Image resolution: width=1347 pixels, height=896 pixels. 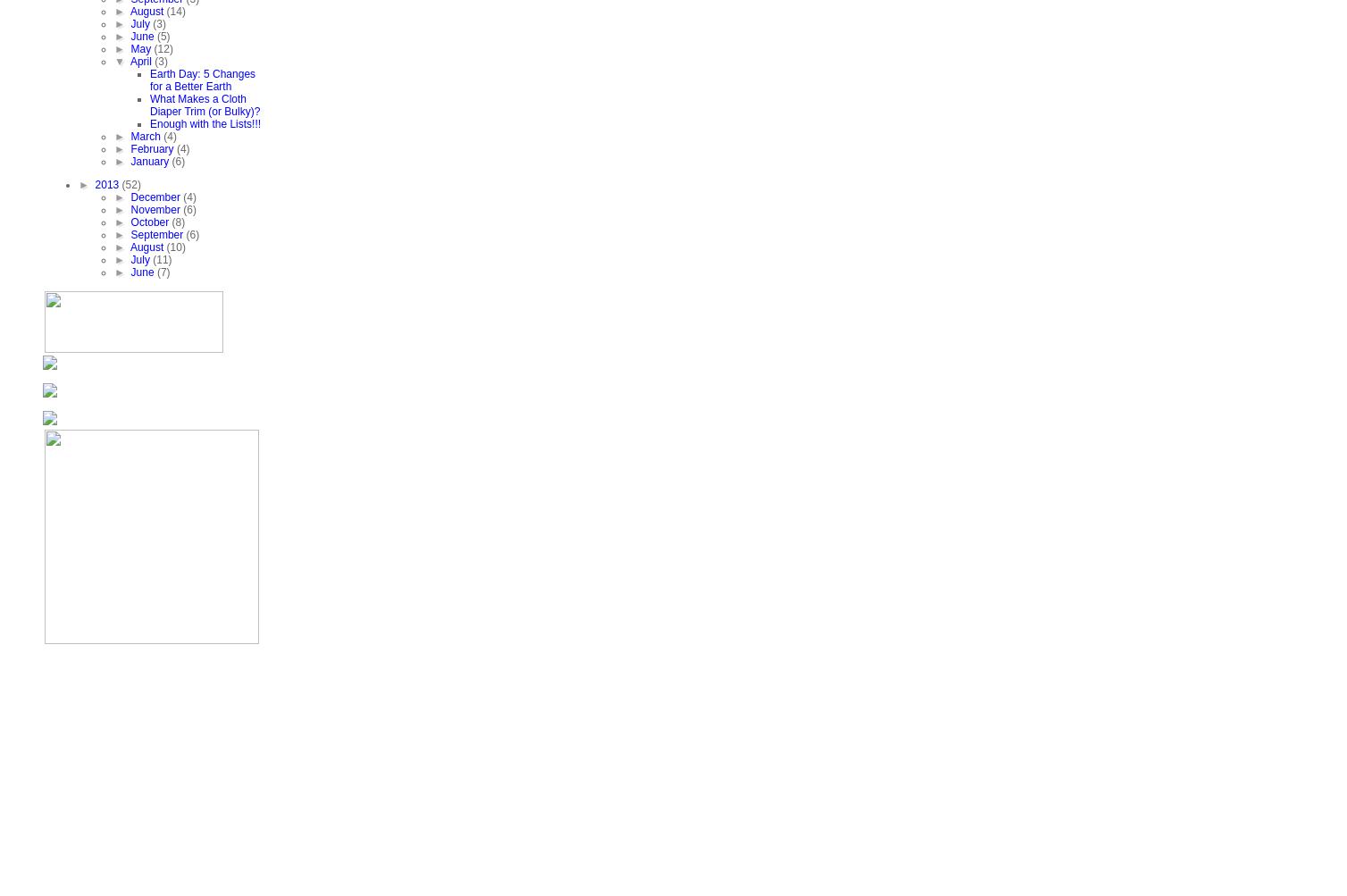 What do you see at coordinates (162, 259) in the screenshot?
I see `'(11)'` at bounding box center [162, 259].